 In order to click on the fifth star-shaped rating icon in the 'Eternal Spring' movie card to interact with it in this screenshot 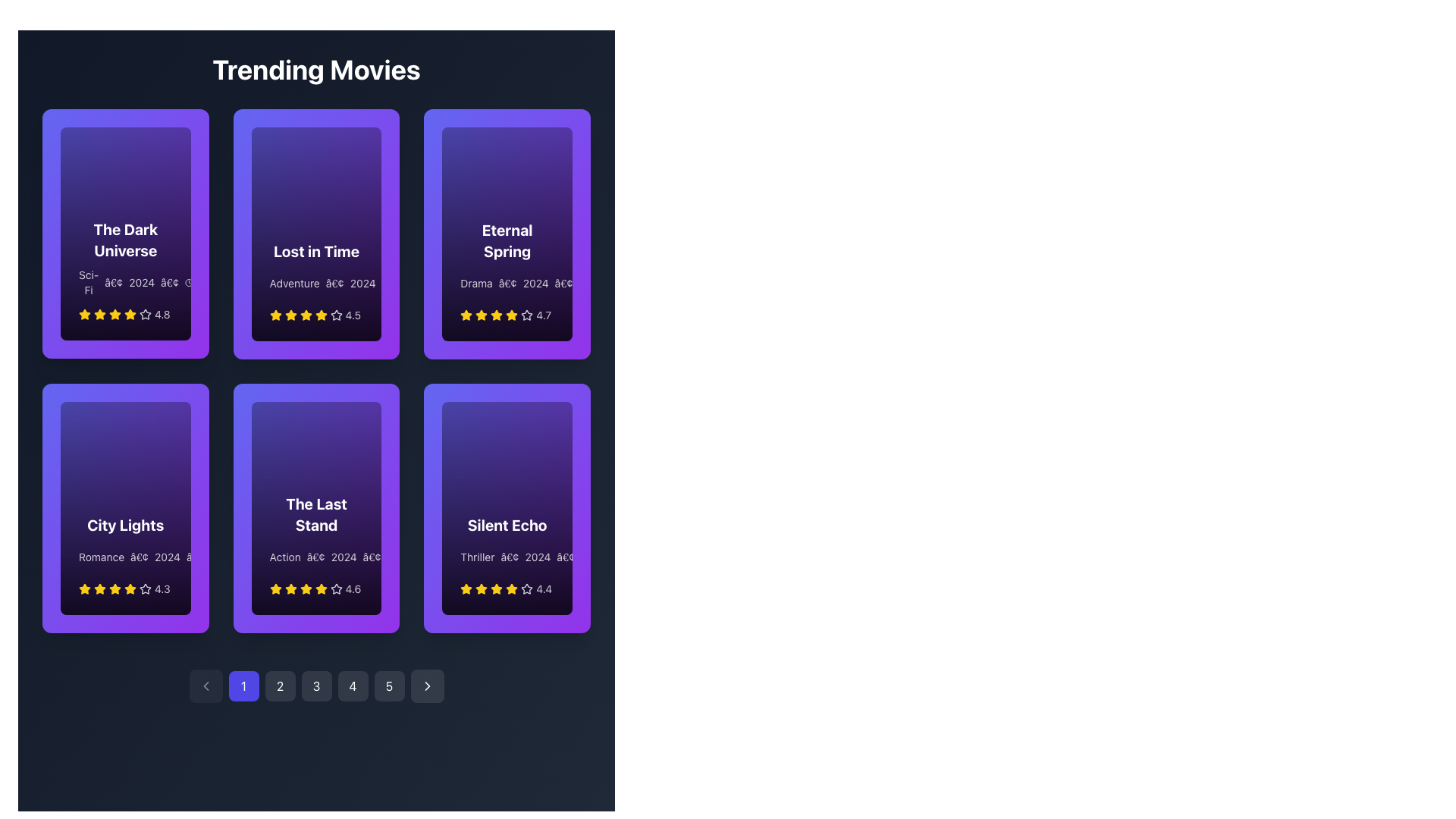, I will do `click(527, 314)`.